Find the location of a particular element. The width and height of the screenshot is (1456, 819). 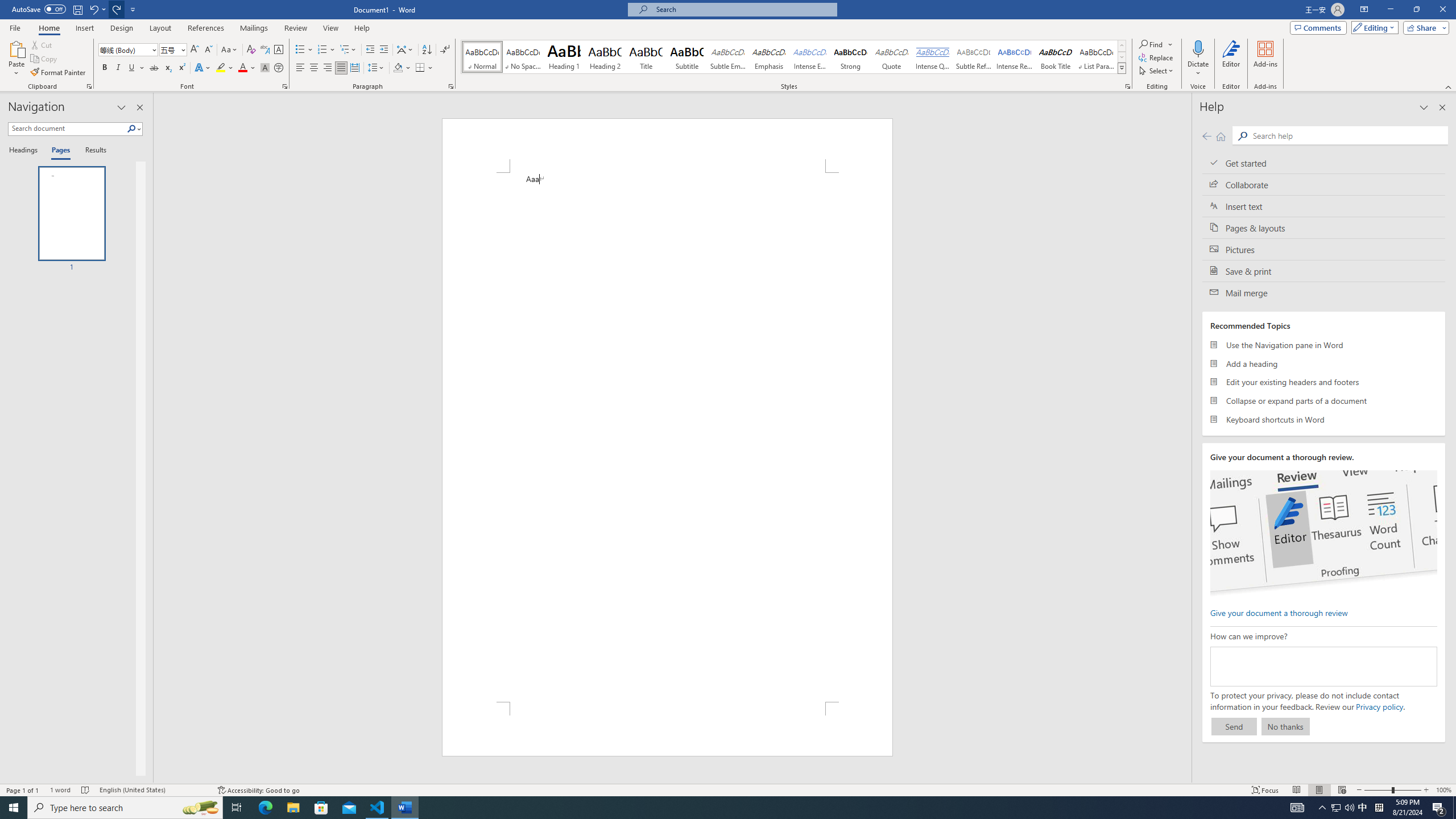

'Results' is located at coordinates (91, 150).